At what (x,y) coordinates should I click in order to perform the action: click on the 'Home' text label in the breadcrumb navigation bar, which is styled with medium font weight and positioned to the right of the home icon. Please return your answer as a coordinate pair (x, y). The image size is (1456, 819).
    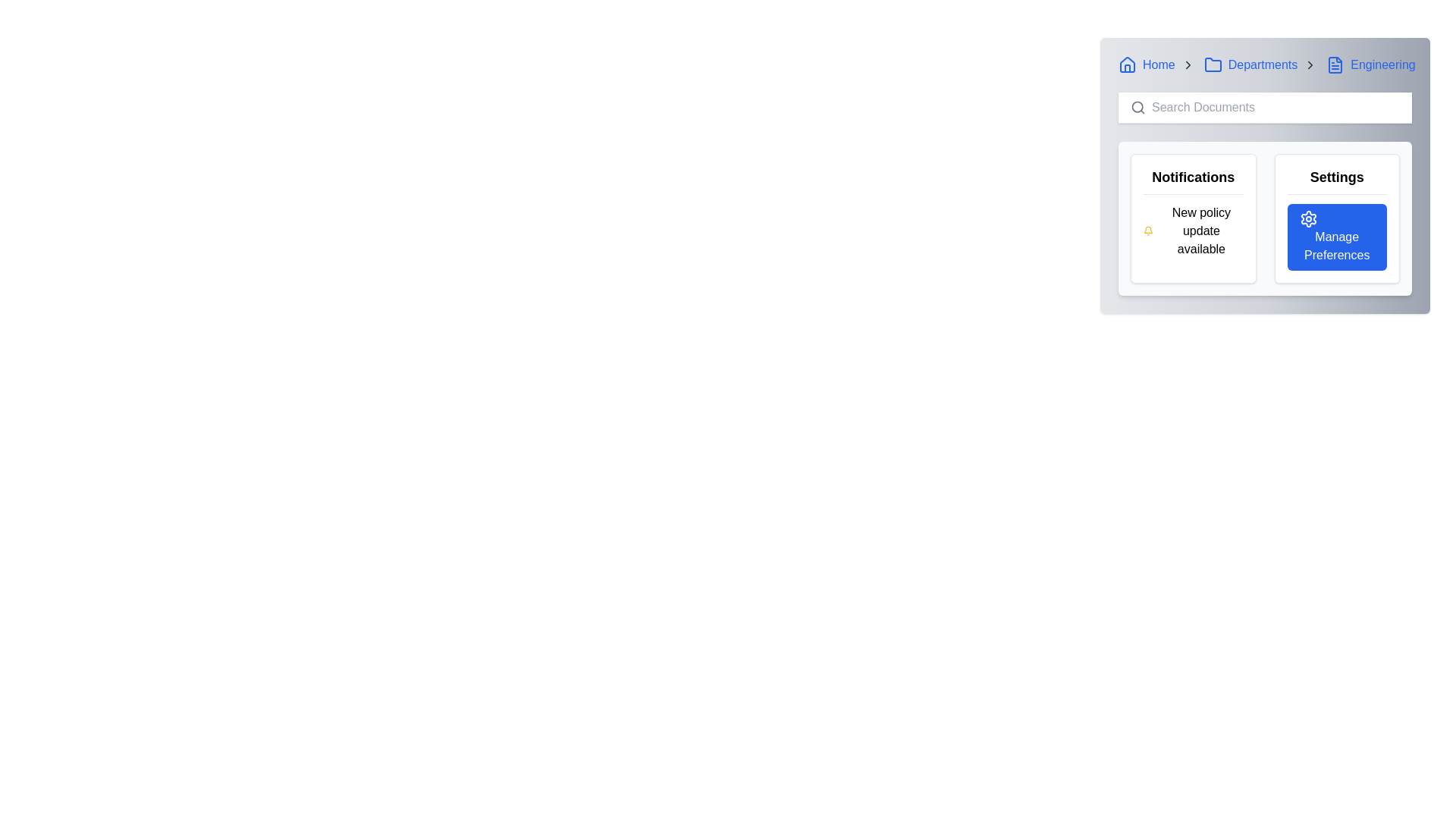
    Looking at the image, I should click on (1158, 64).